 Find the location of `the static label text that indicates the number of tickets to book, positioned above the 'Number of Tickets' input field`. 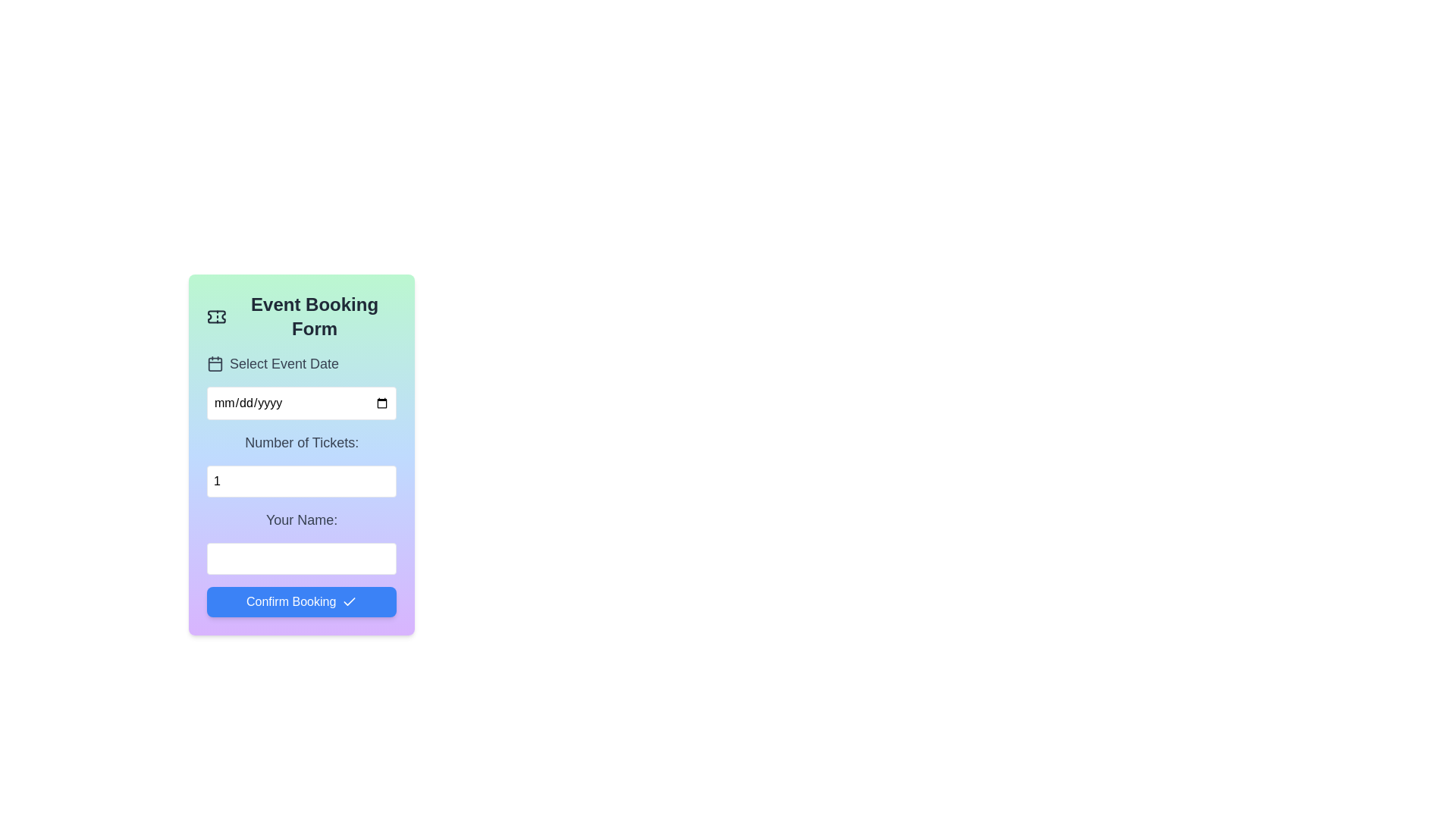

the static label text that indicates the number of tickets to book, positioned above the 'Number of Tickets' input field is located at coordinates (302, 442).